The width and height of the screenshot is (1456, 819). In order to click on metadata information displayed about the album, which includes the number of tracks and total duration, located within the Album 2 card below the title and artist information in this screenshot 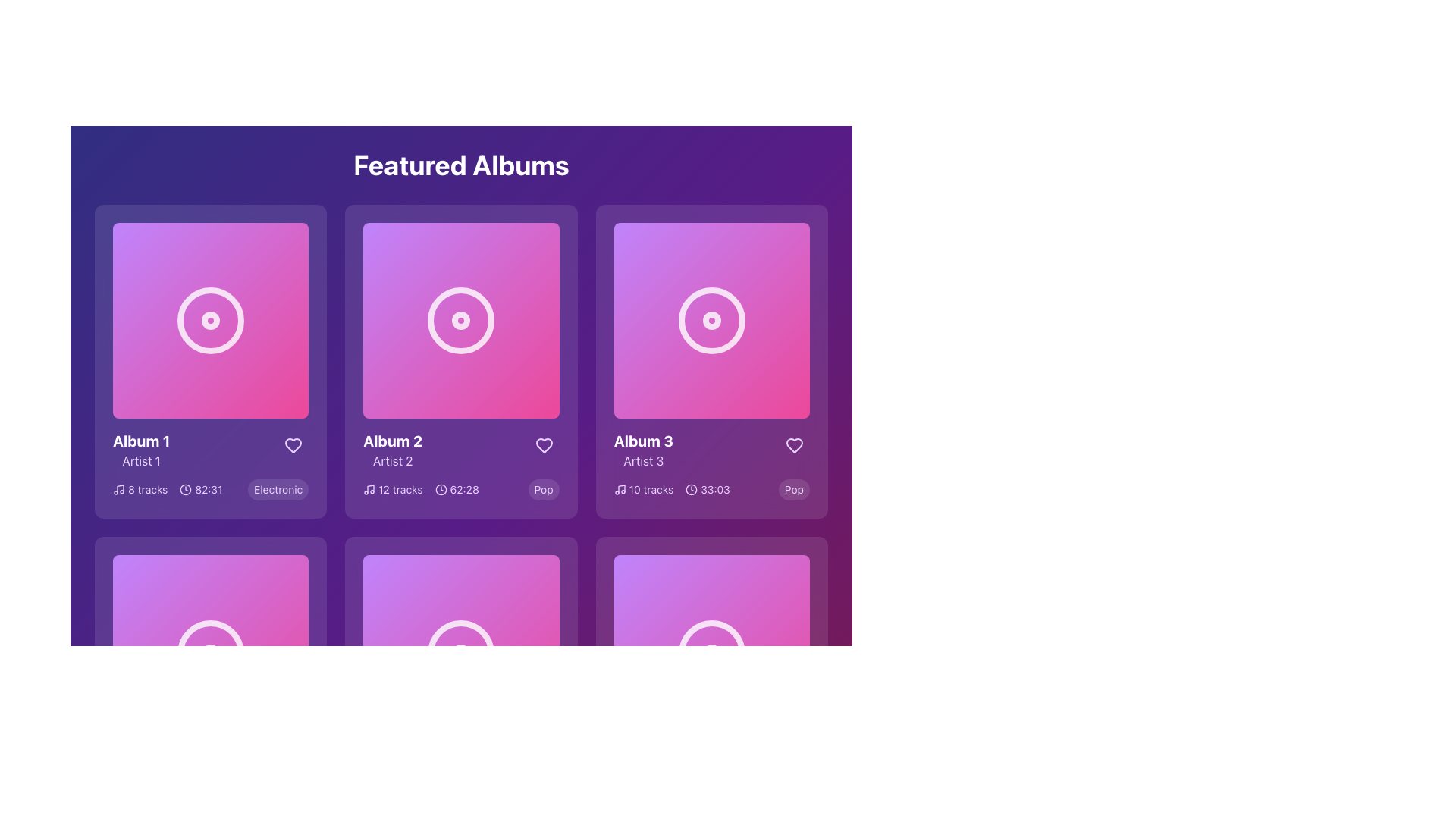, I will do `click(421, 490)`.